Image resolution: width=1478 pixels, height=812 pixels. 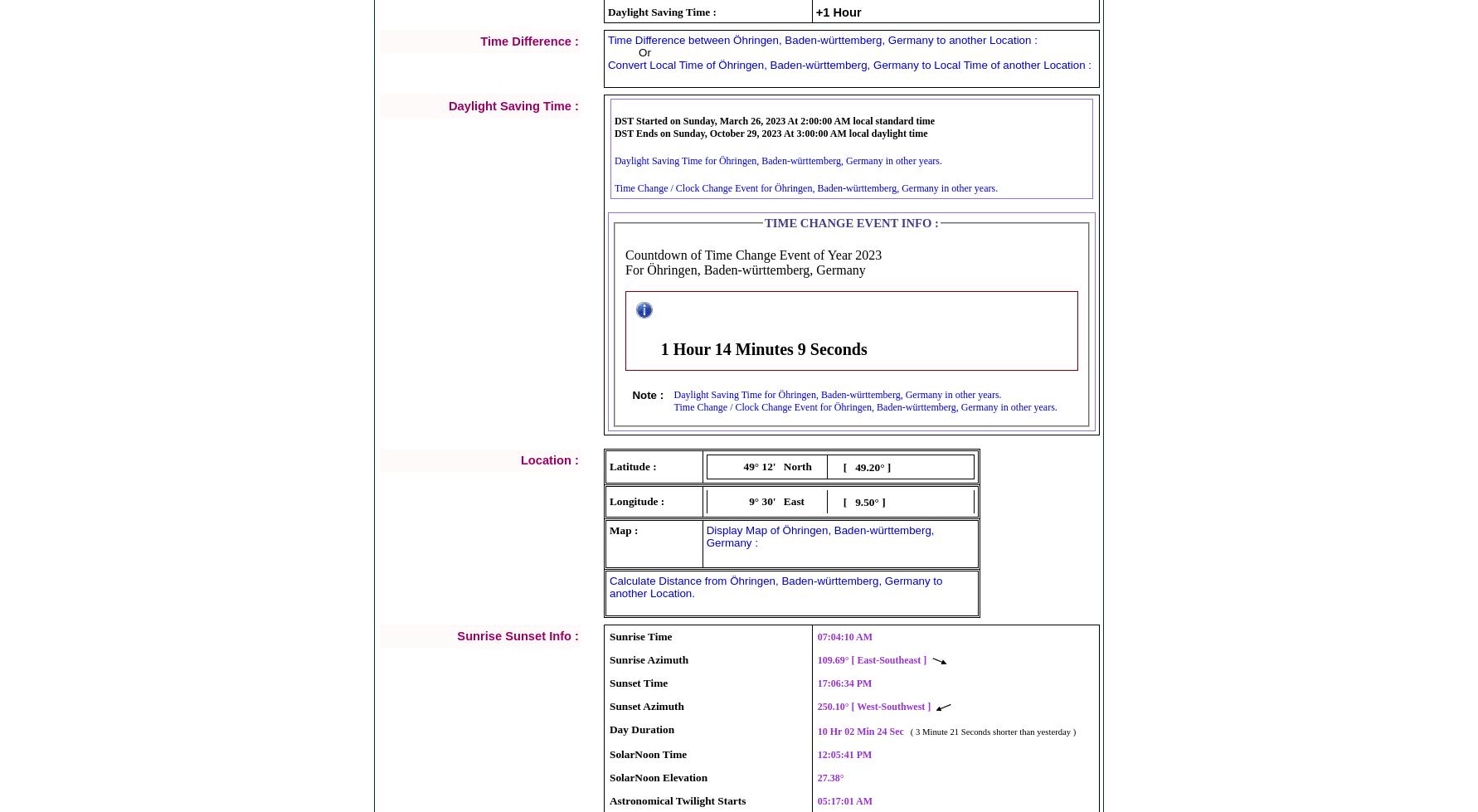 What do you see at coordinates (841, 501) in the screenshot?
I see `'[   9.50° ]'` at bounding box center [841, 501].